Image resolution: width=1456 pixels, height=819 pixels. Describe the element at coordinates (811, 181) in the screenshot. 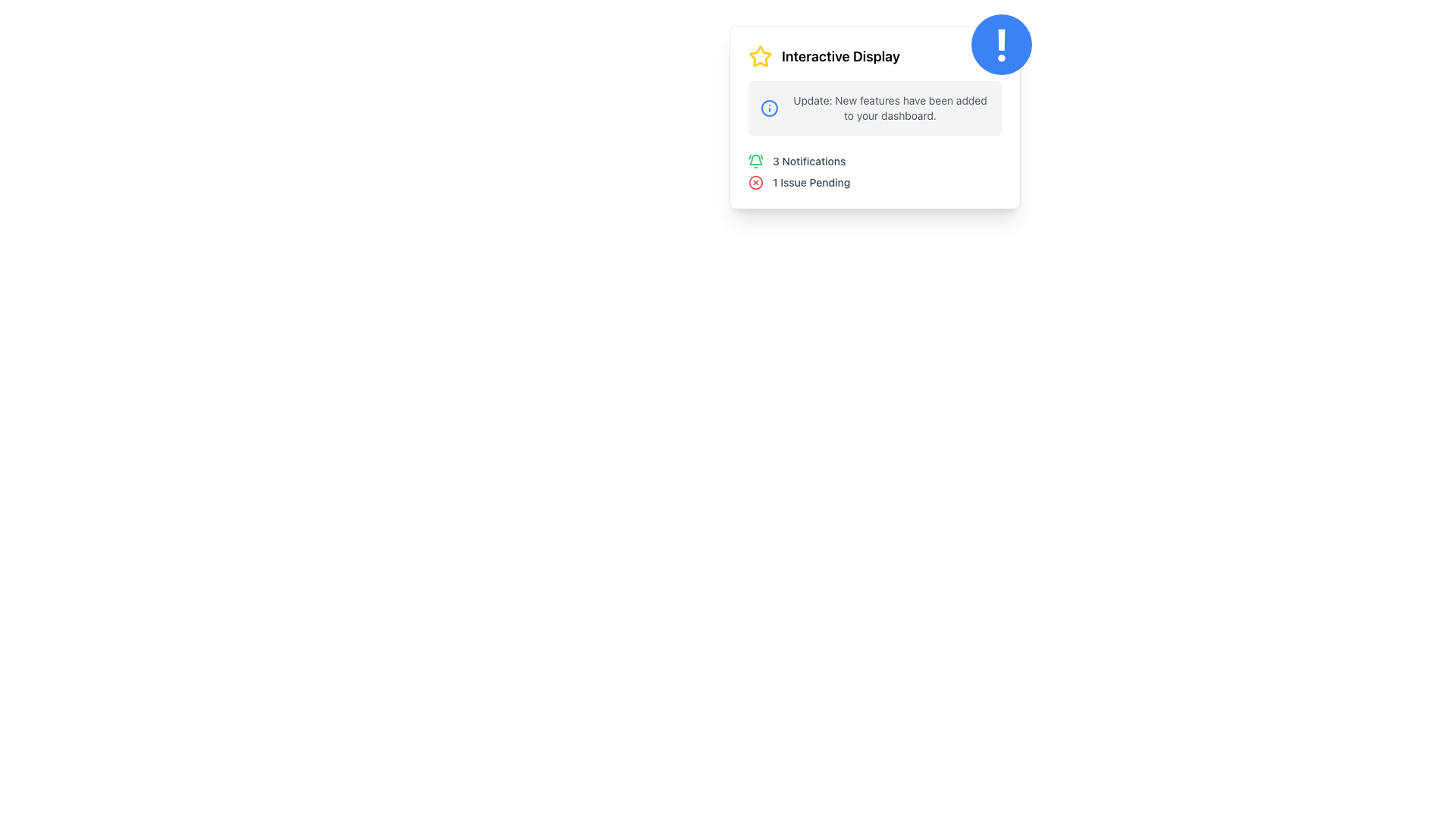

I see `the informational text label displaying '1 Issue Pending' located in the bottom-left corner of the '3 Notifications' box` at that location.